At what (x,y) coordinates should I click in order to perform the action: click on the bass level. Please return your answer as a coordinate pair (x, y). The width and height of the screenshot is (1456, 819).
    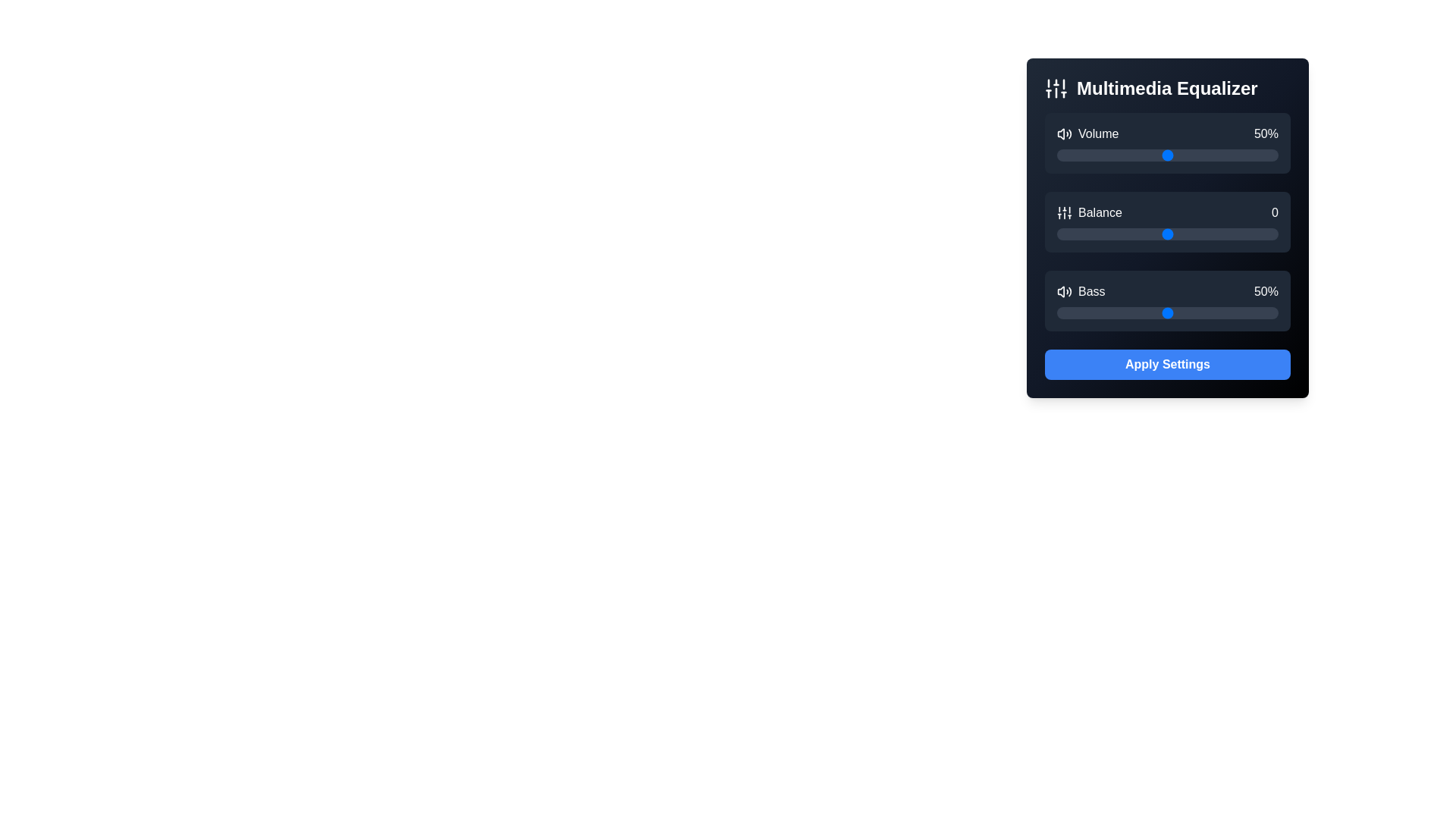
    Looking at the image, I should click on (1191, 312).